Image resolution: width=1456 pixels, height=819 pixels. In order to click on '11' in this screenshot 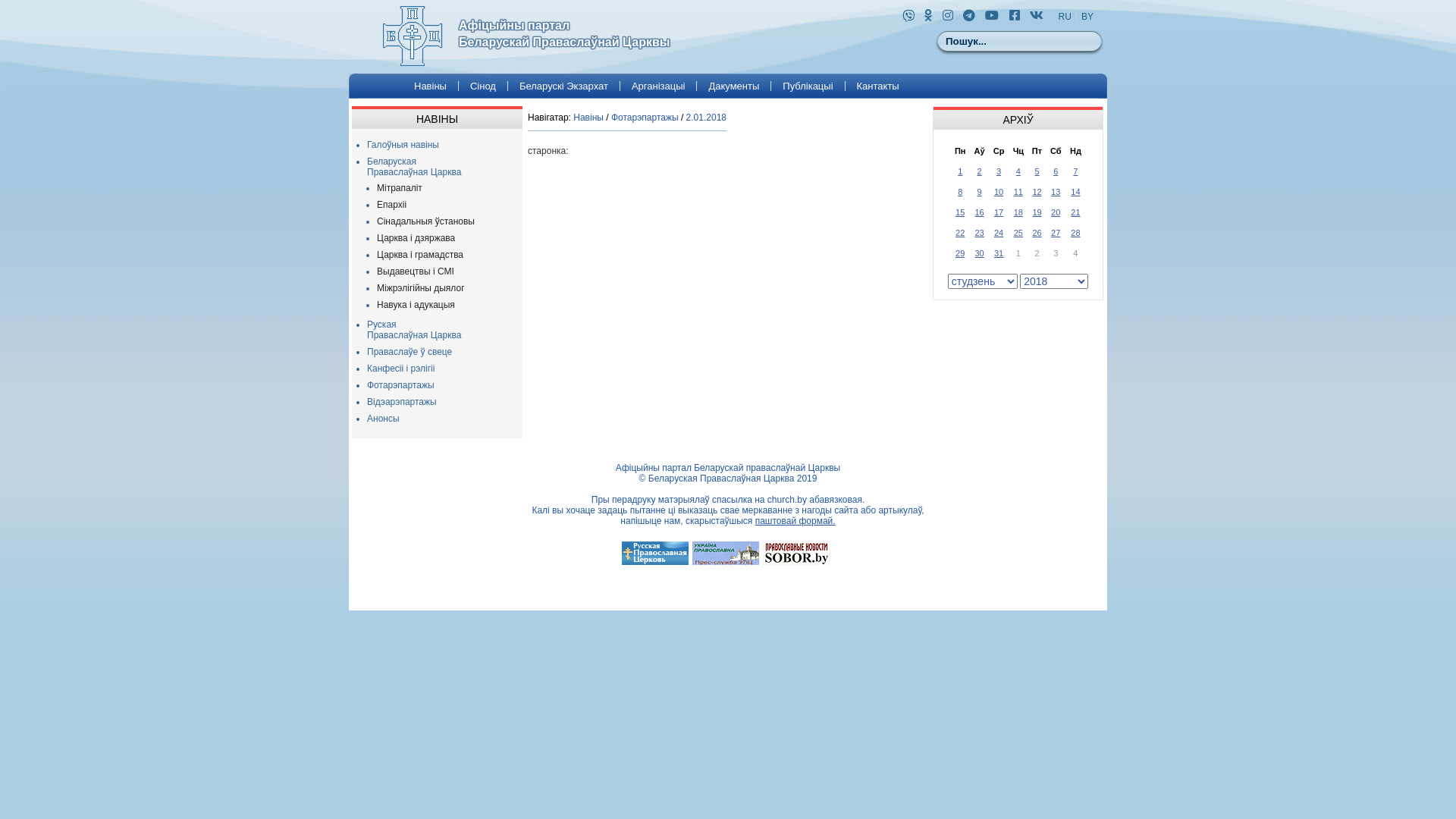, I will do `click(1018, 190)`.